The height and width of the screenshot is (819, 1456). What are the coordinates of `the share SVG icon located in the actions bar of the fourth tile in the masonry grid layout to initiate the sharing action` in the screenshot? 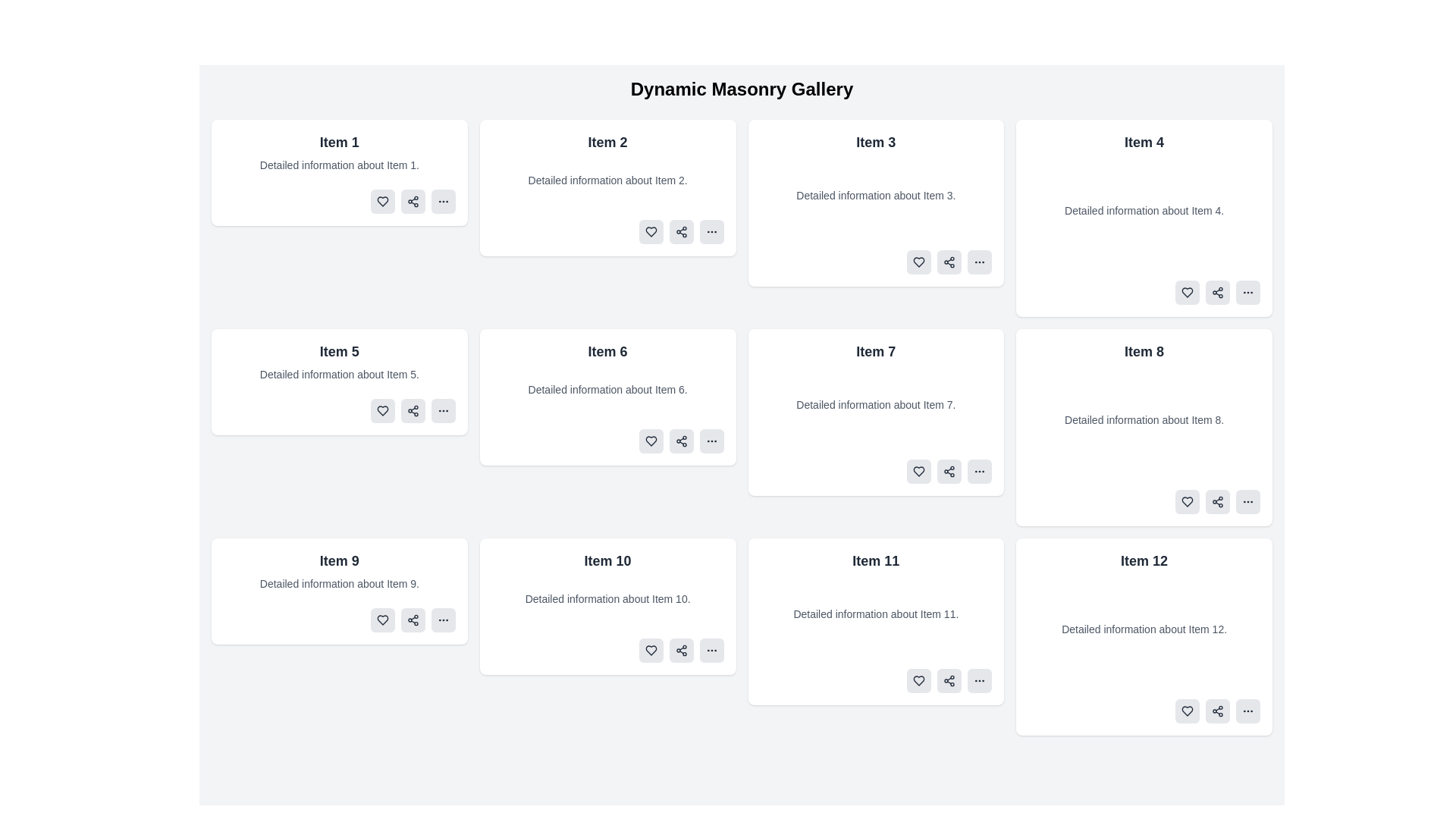 It's located at (1218, 292).